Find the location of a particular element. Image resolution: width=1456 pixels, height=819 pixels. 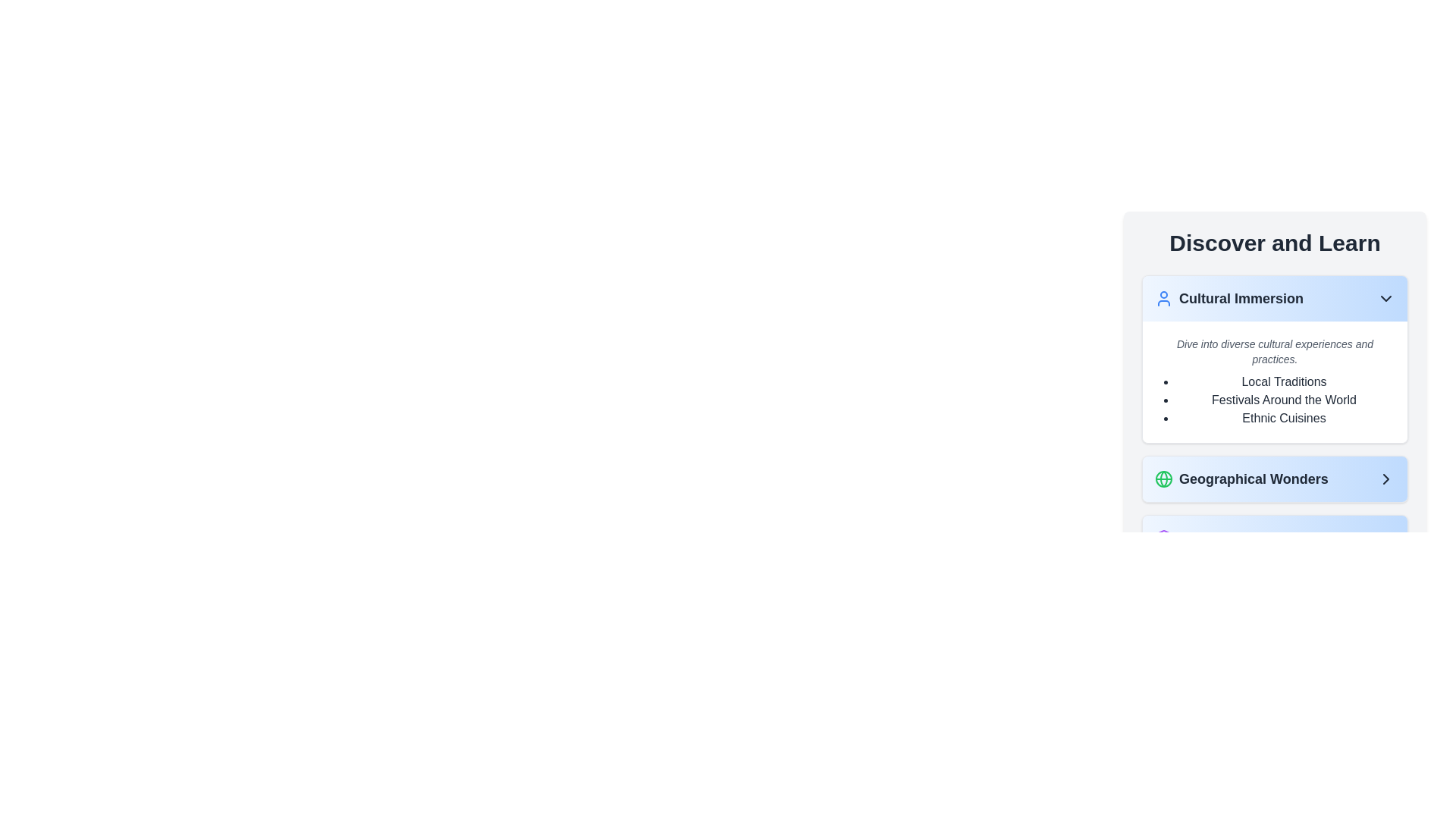

the label item in the 'Cultural Immersion' section, which is the third item in the bulleted list is located at coordinates (1283, 418).